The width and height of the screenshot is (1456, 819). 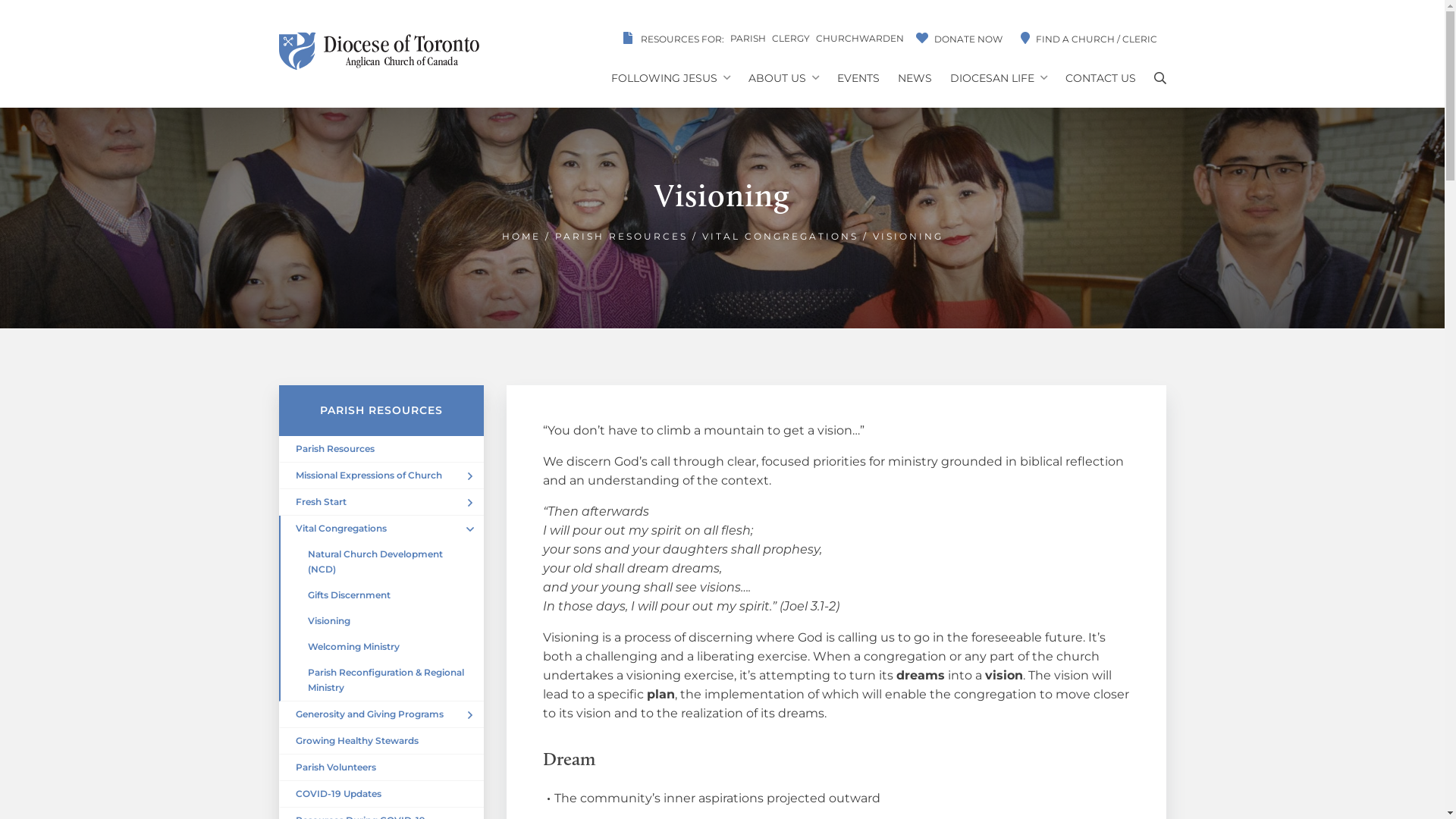 What do you see at coordinates (670, 78) in the screenshot?
I see `'FOLLOWING JESUS'` at bounding box center [670, 78].